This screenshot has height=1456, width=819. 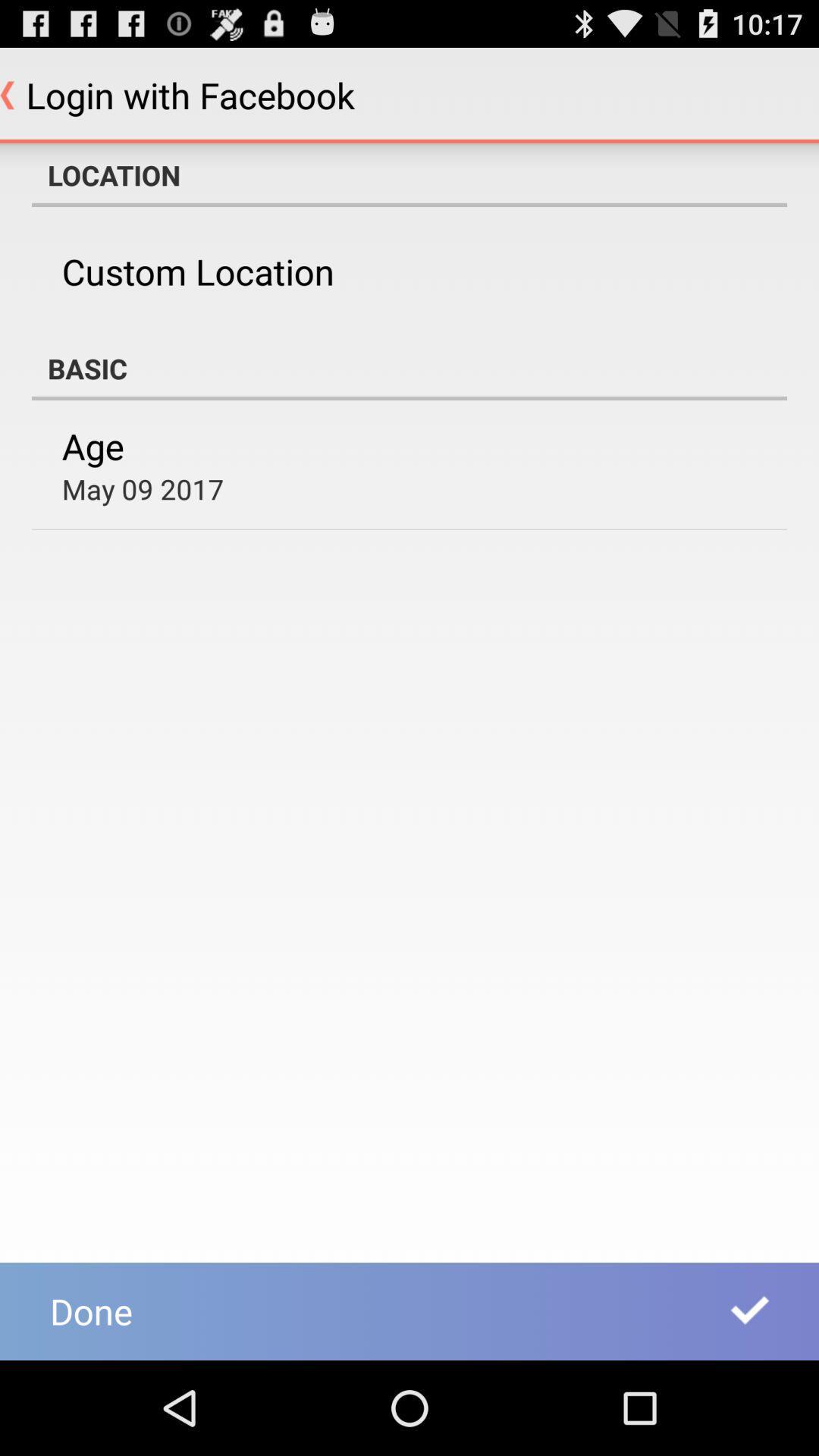 What do you see at coordinates (197, 271) in the screenshot?
I see `item below the location icon` at bounding box center [197, 271].